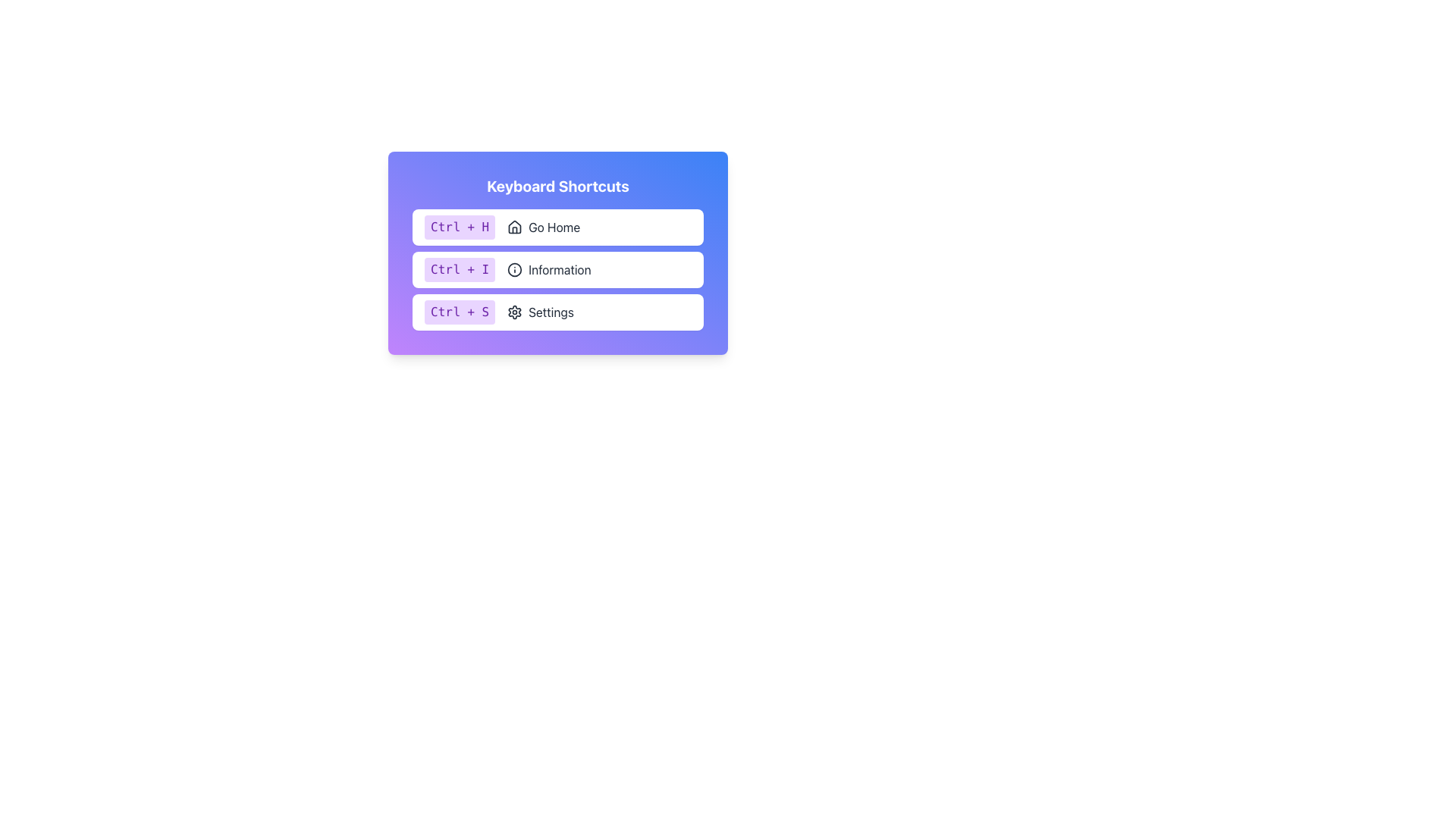  What do you see at coordinates (515, 227) in the screenshot?
I see `the 'Go Home' icon, which is positioned on the left side of the label text 'Go Home' in the first row of the keyboard shortcuts list` at bounding box center [515, 227].